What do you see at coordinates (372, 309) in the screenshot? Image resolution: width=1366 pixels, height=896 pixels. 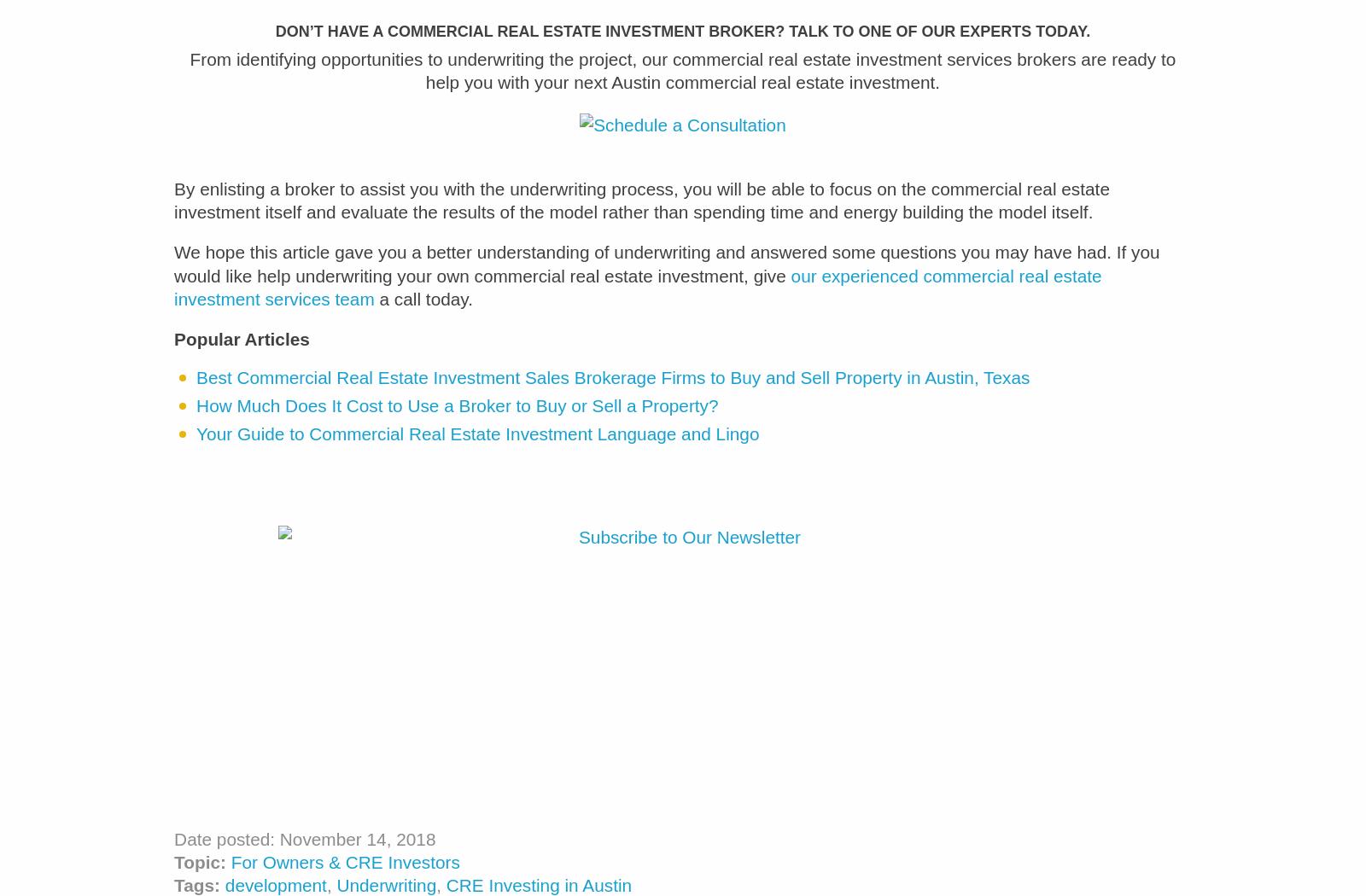 I see `'a call today.'` at bounding box center [372, 309].